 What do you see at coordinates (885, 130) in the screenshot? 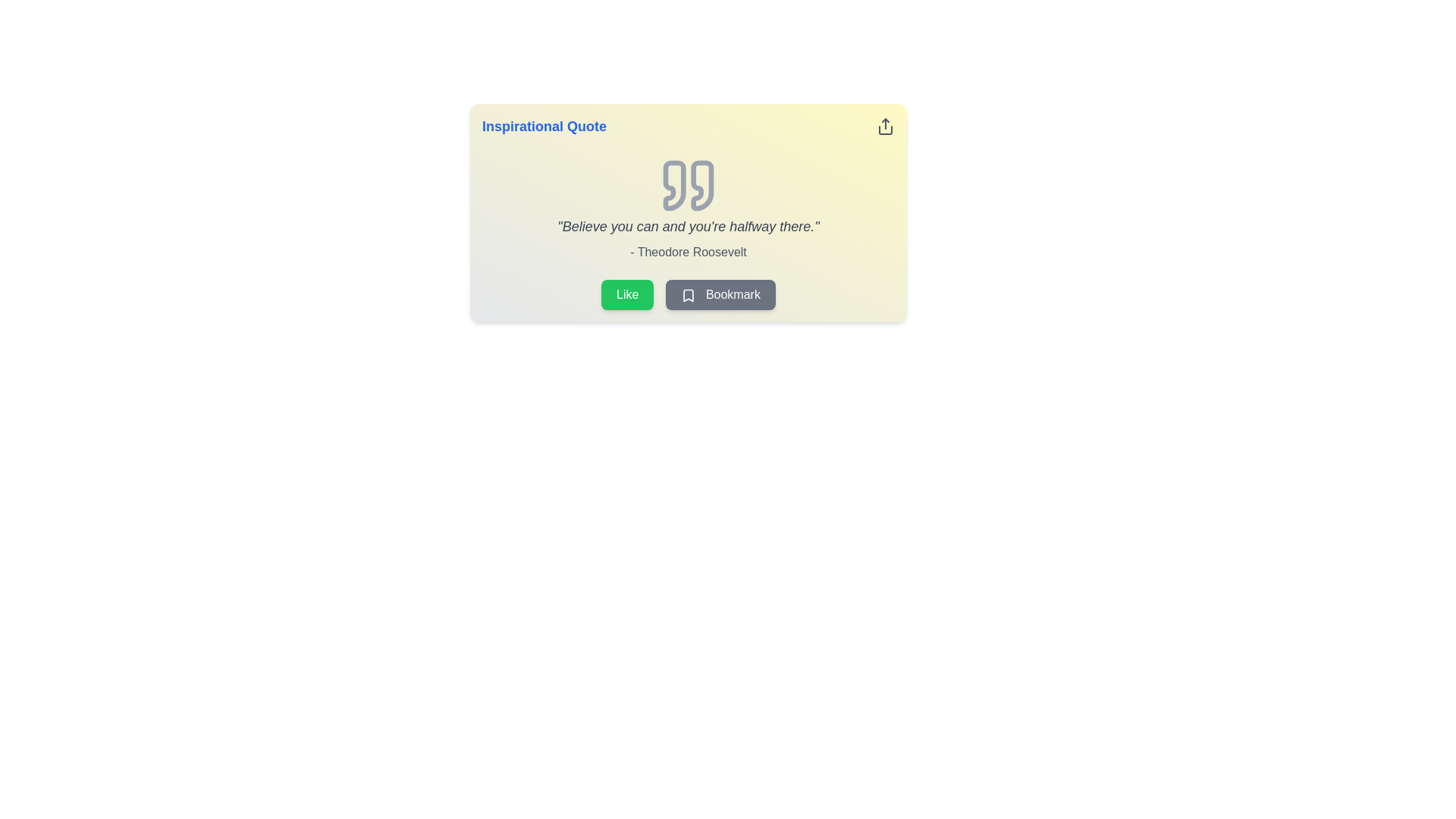
I see `the curved line segment of the arrow-like icon located in the top-right corner of the card` at bounding box center [885, 130].